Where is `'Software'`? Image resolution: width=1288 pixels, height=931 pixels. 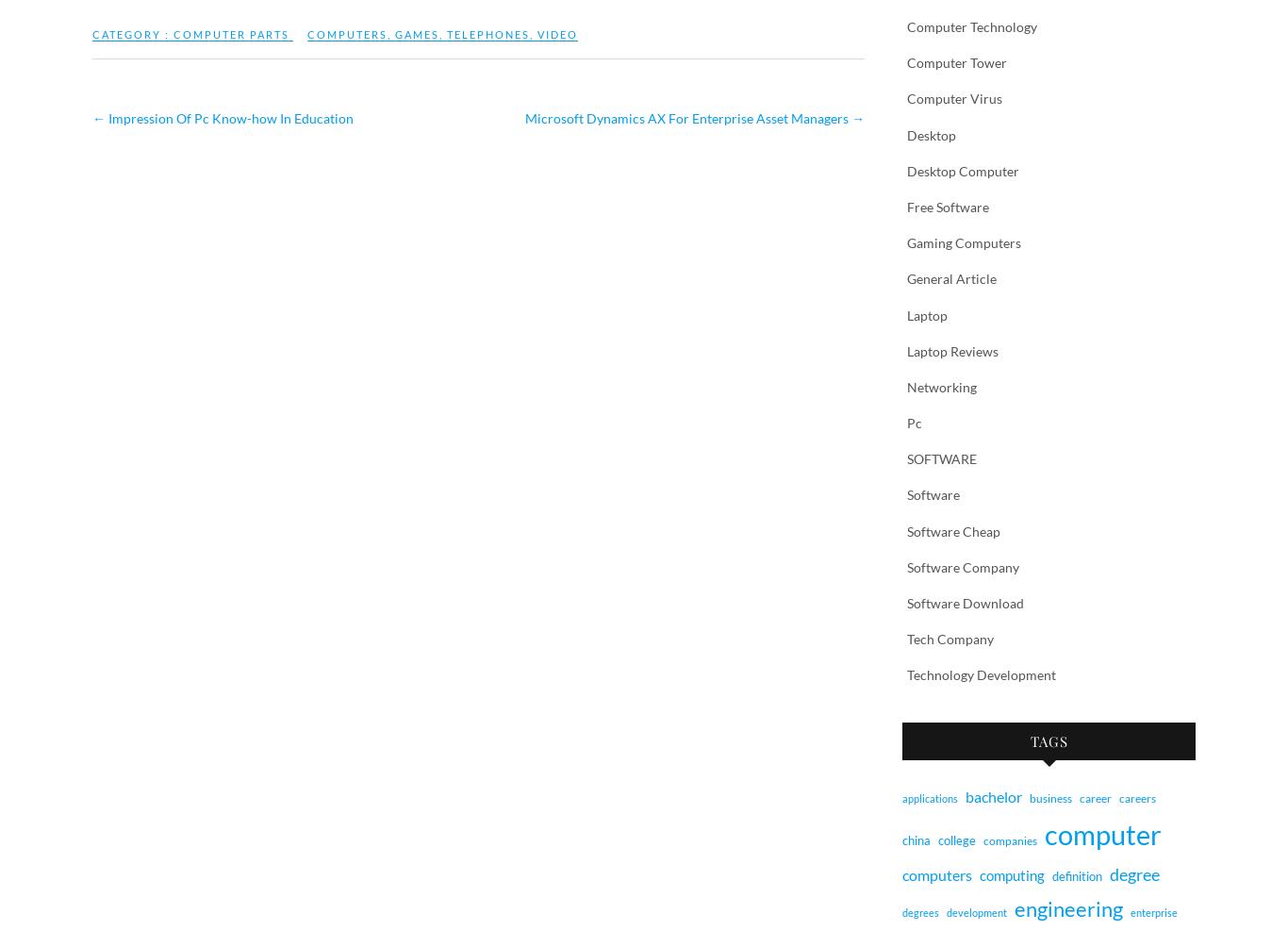 'Software' is located at coordinates (933, 494).